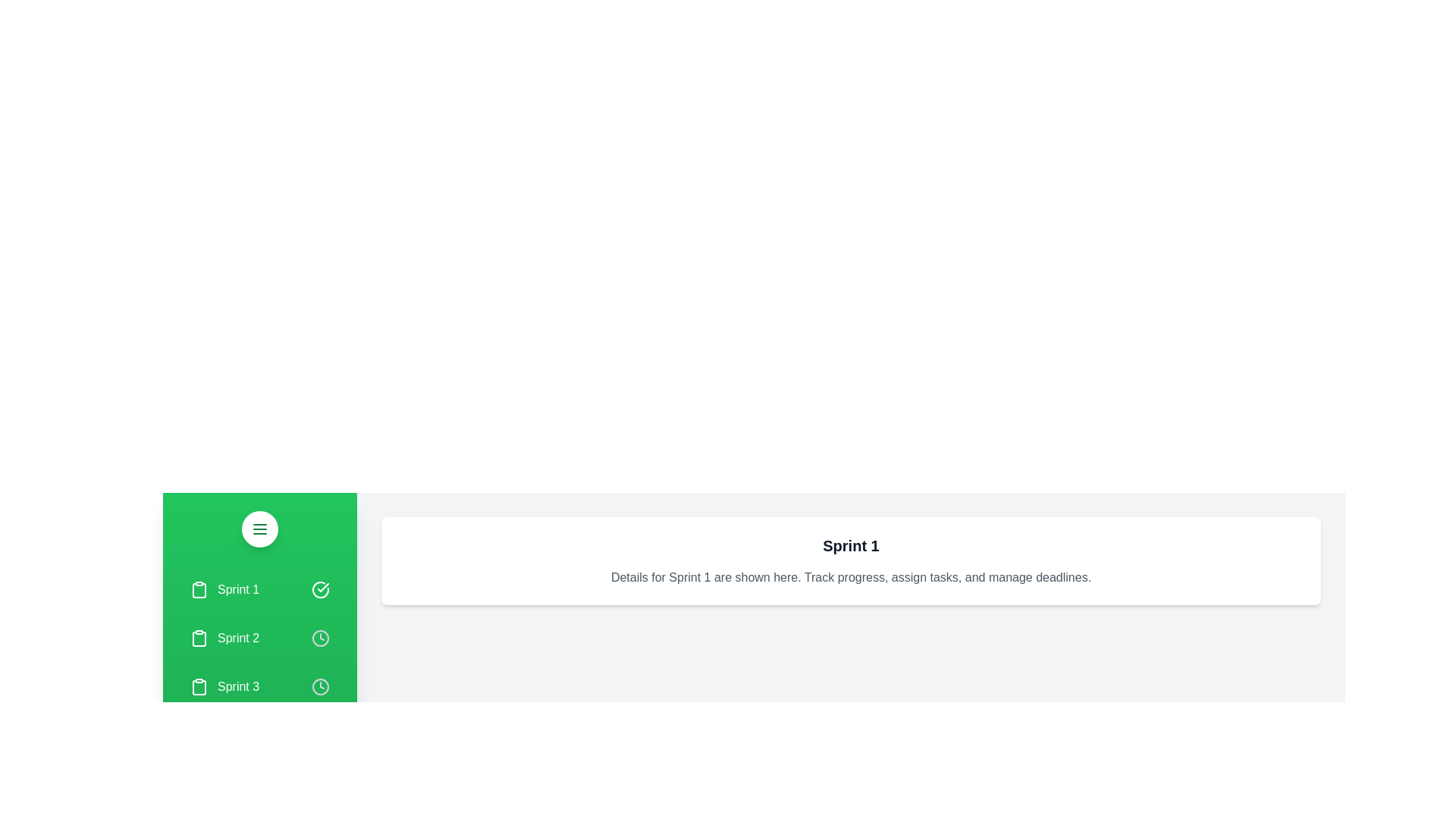  What do you see at coordinates (319, 638) in the screenshot?
I see `the icon associated with Sprint 2 to interact with it` at bounding box center [319, 638].